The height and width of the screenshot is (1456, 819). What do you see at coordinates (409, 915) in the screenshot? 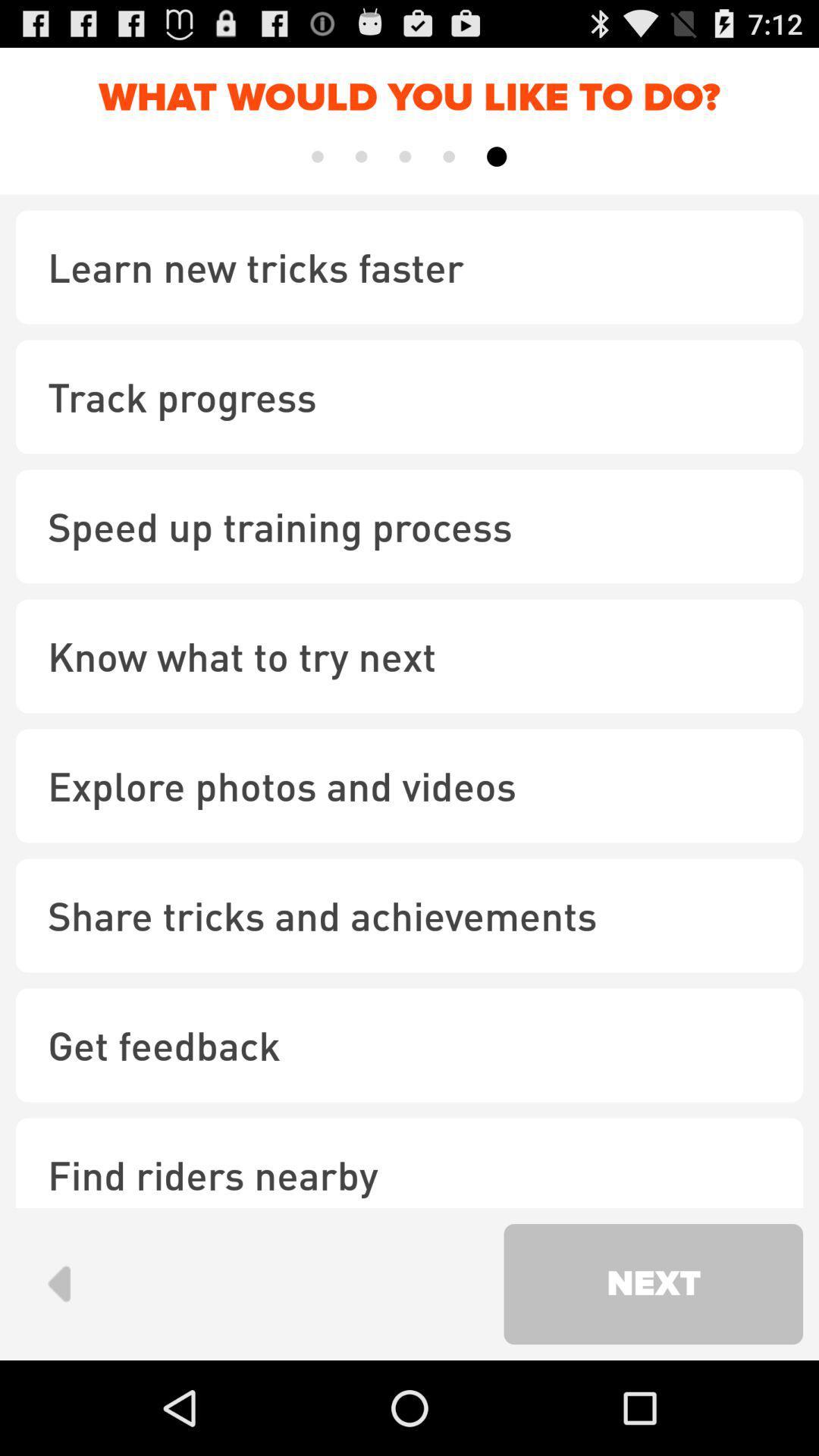
I see `the checkbox above the get feedback checkbox` at bounding box center [409, 915].